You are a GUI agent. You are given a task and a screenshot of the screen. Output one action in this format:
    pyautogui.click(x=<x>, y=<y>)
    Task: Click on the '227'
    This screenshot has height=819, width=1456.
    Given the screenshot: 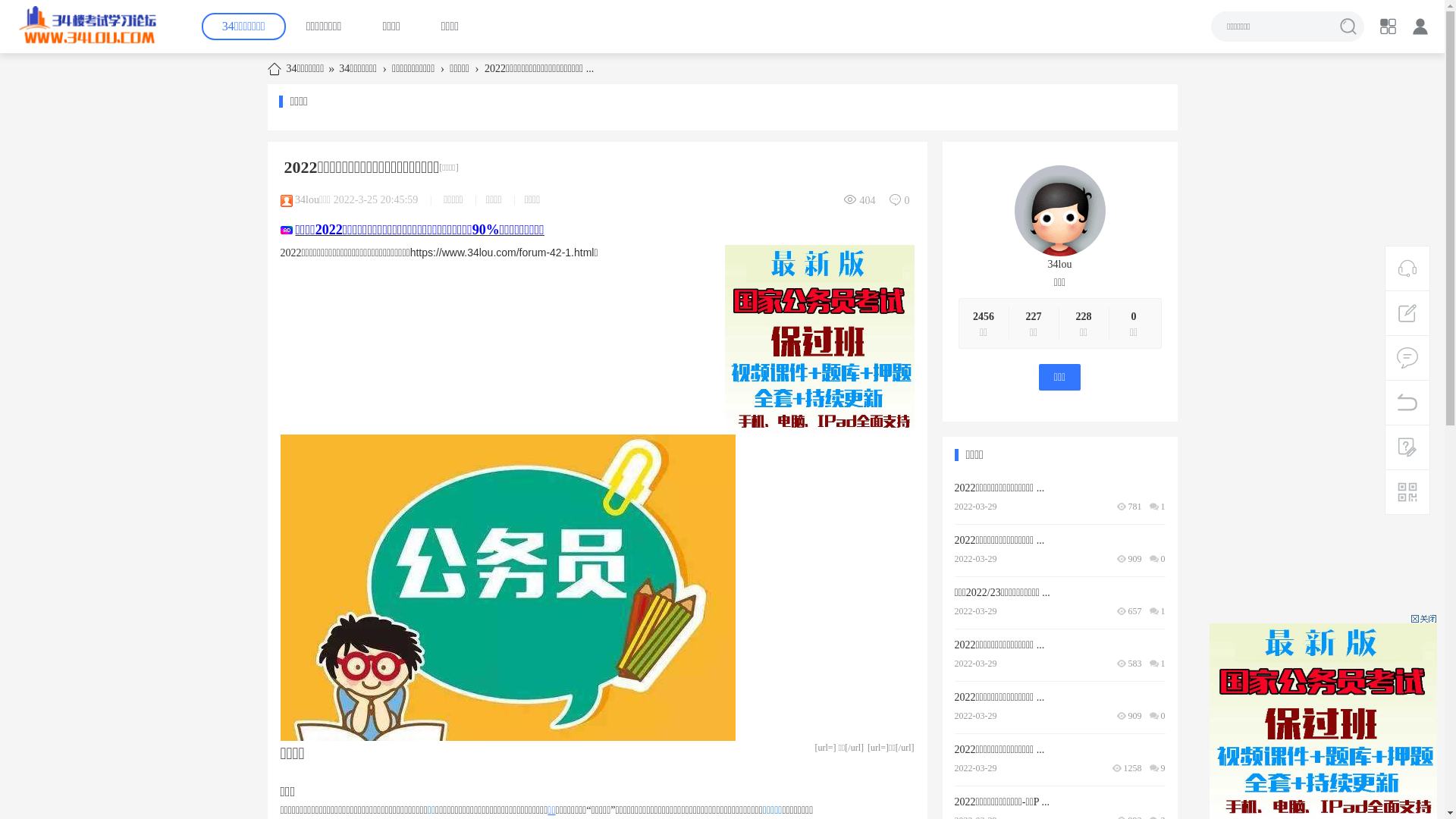 What is the action you would take?
    pyautogui.click(x=1025, y=315)
    